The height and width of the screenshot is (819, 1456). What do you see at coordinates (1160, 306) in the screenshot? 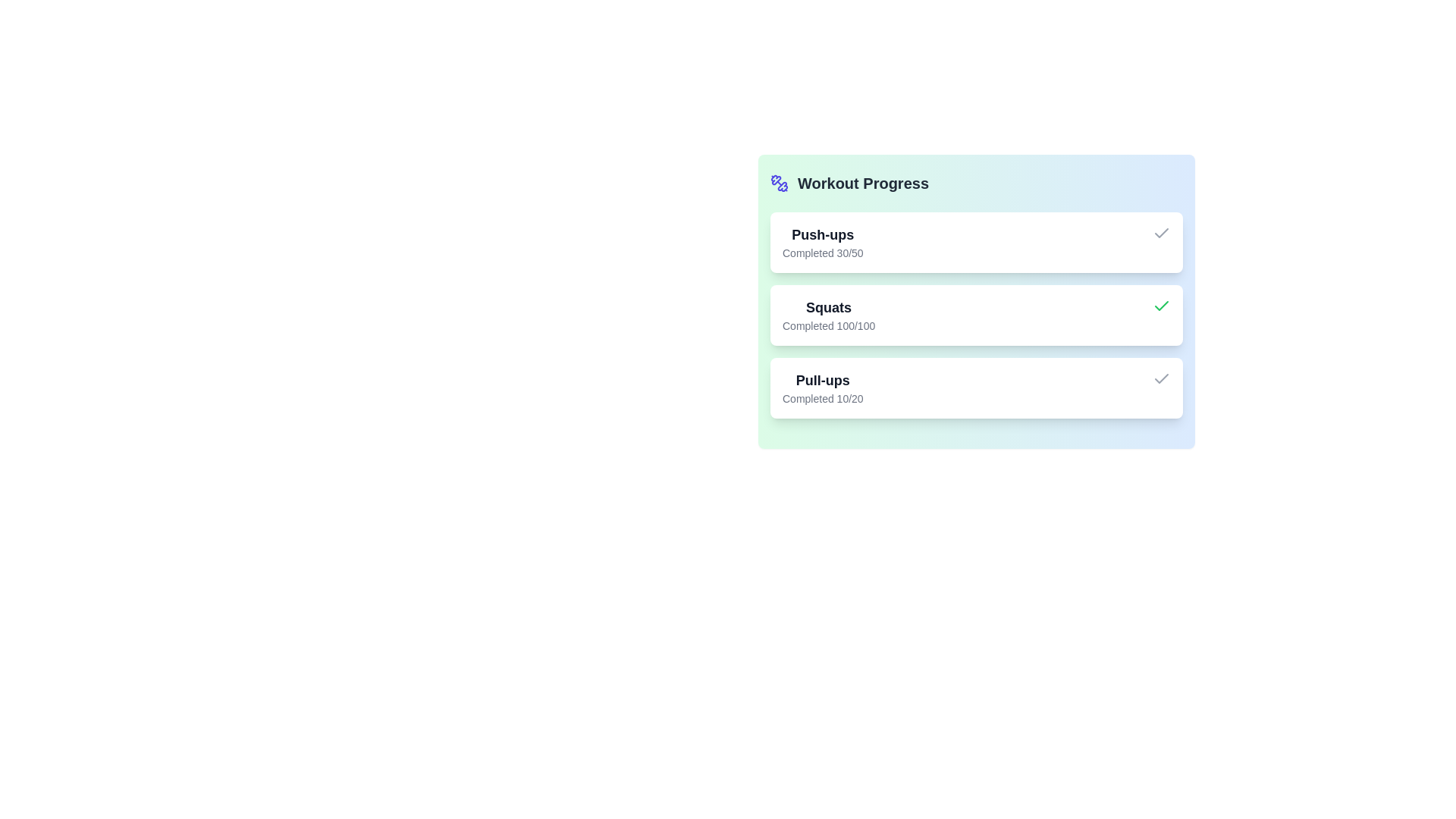
I see `the completion icon indicating that the 'Squats' exercise has been completed, located in the rightmost section of the card titled 'Squats'` at bounding box center [1160, 306].